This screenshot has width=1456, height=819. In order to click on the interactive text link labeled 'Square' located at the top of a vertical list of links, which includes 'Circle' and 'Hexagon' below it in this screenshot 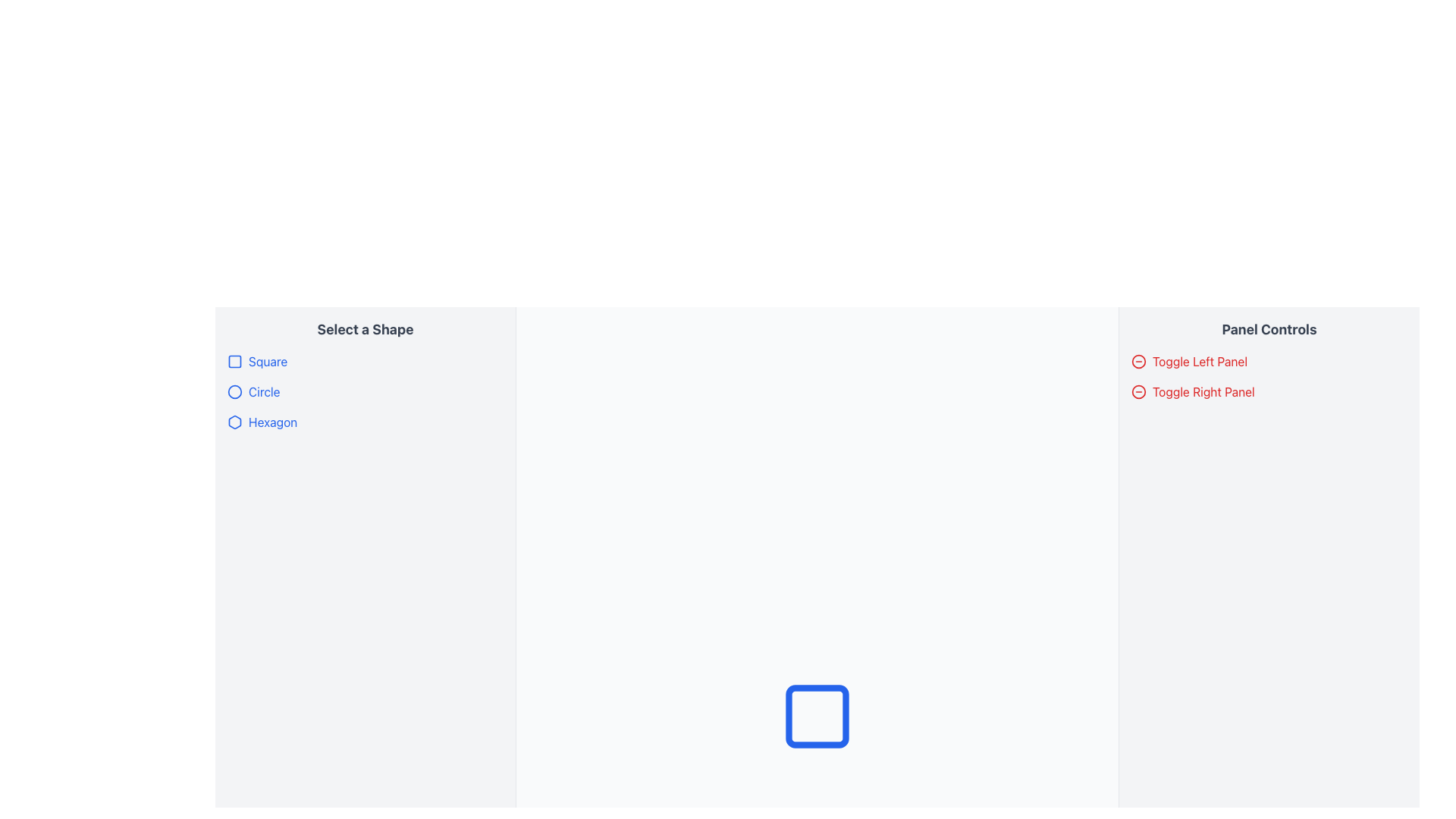, I will do `click(257, 362)`.